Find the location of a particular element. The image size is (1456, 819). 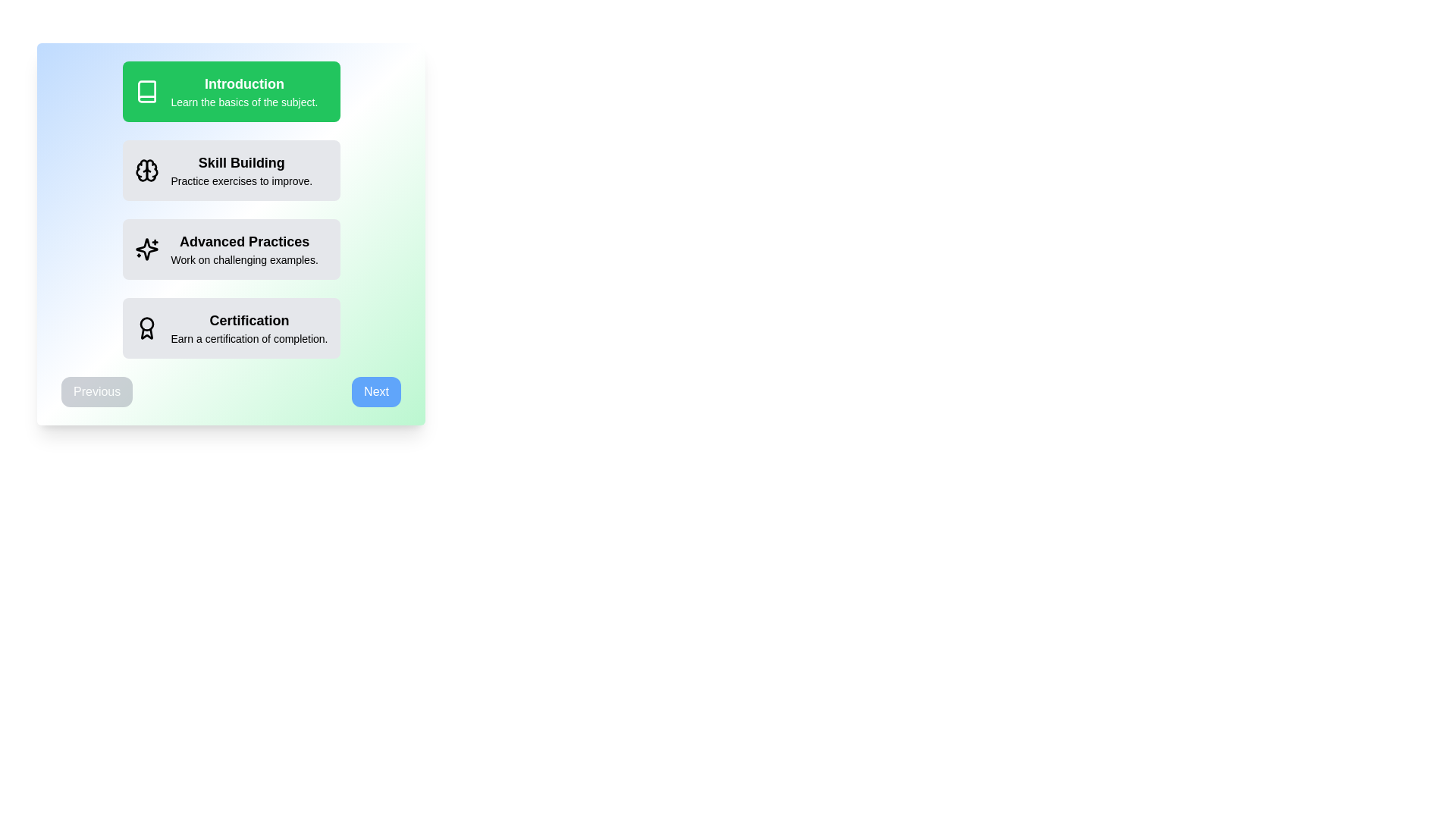

the description of the step Advanced Practices is located at coordinates (231, 248).